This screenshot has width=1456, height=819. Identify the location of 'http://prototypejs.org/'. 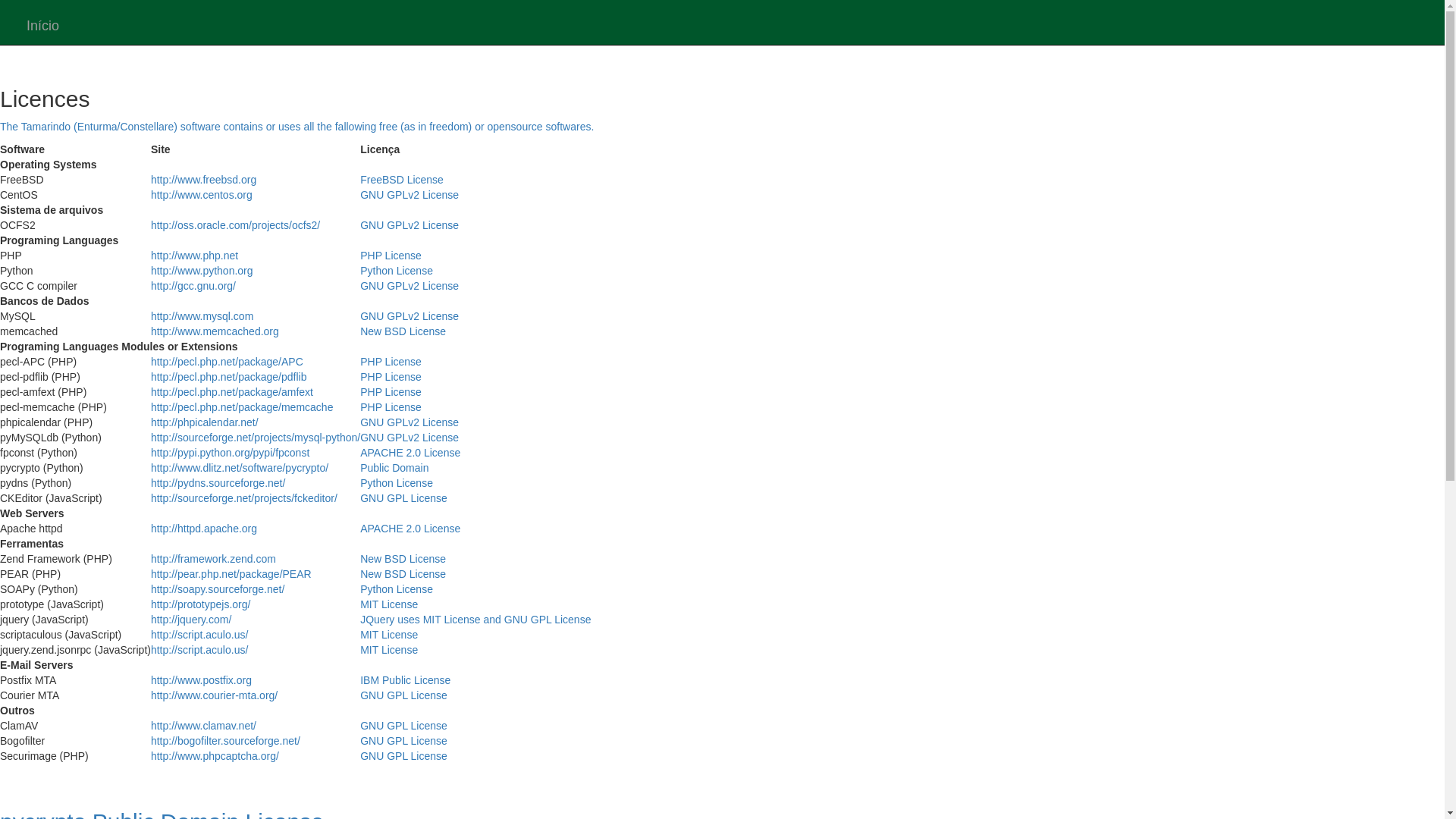
(150, 604).